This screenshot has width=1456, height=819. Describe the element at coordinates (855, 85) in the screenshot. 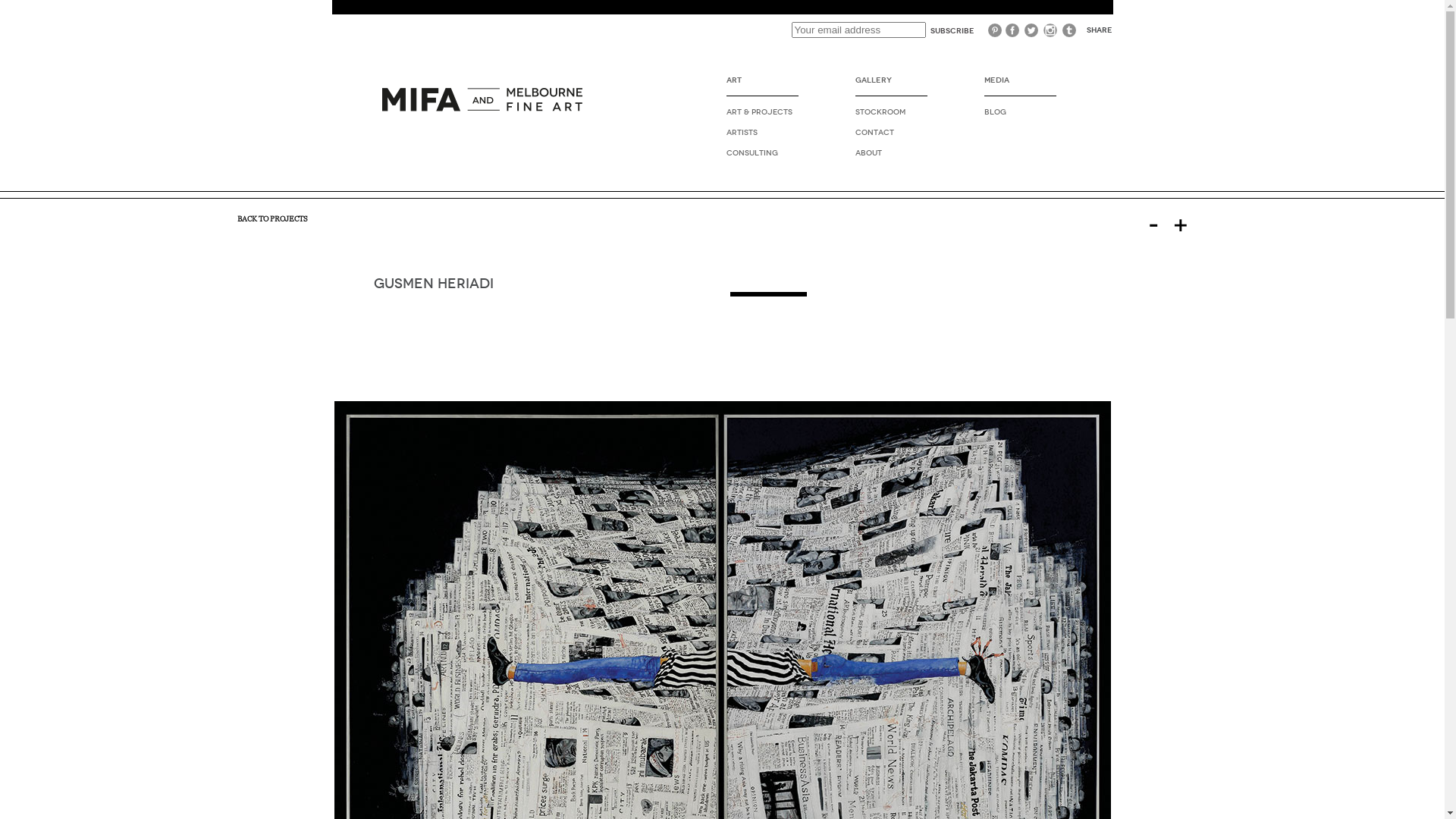

I see `'GALLERY'` at that location.